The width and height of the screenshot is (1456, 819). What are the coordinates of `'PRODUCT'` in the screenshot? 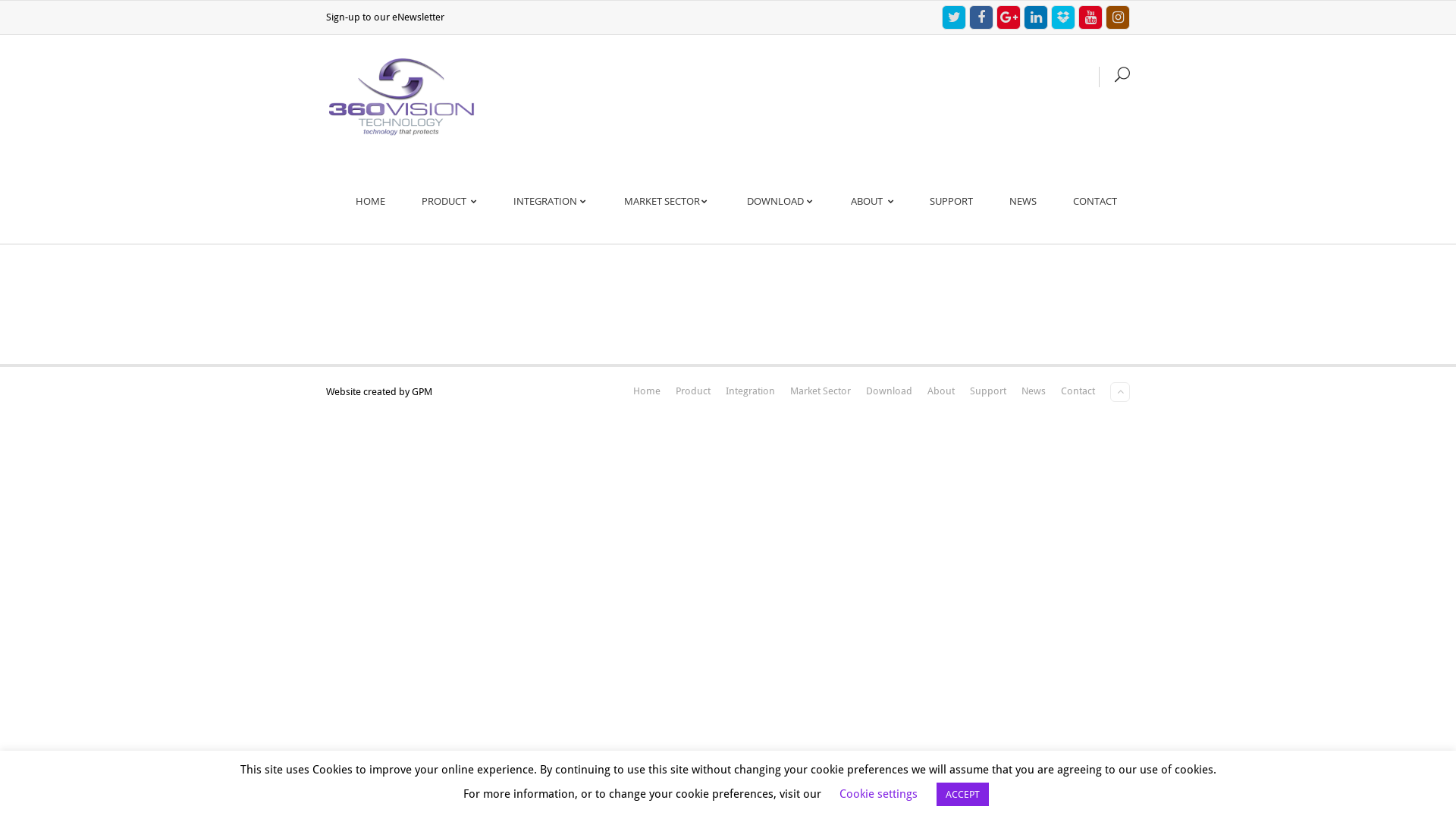 It's located at (408, 200).